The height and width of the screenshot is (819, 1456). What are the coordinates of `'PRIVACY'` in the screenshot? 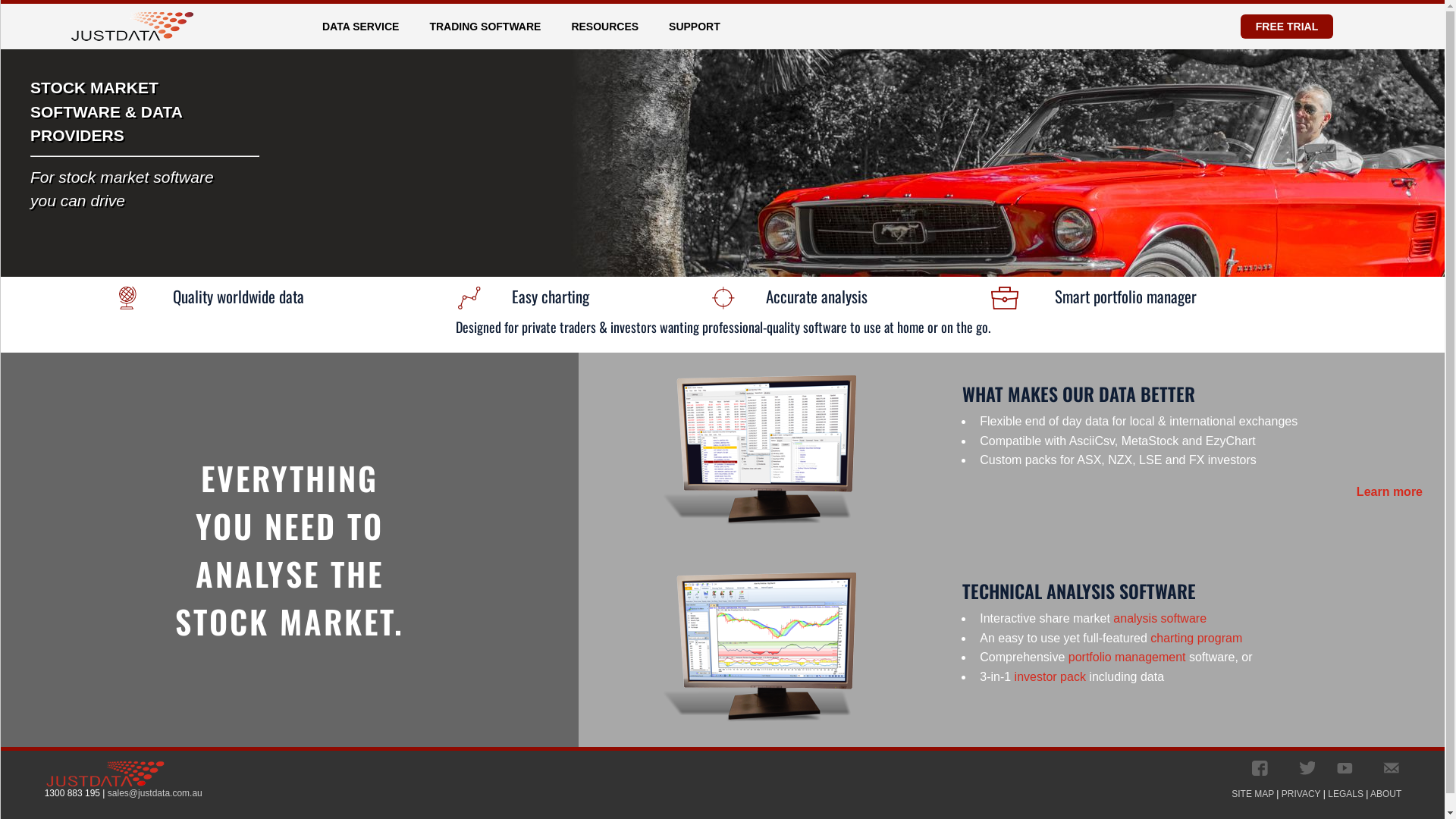 It's located at (1301, 792).